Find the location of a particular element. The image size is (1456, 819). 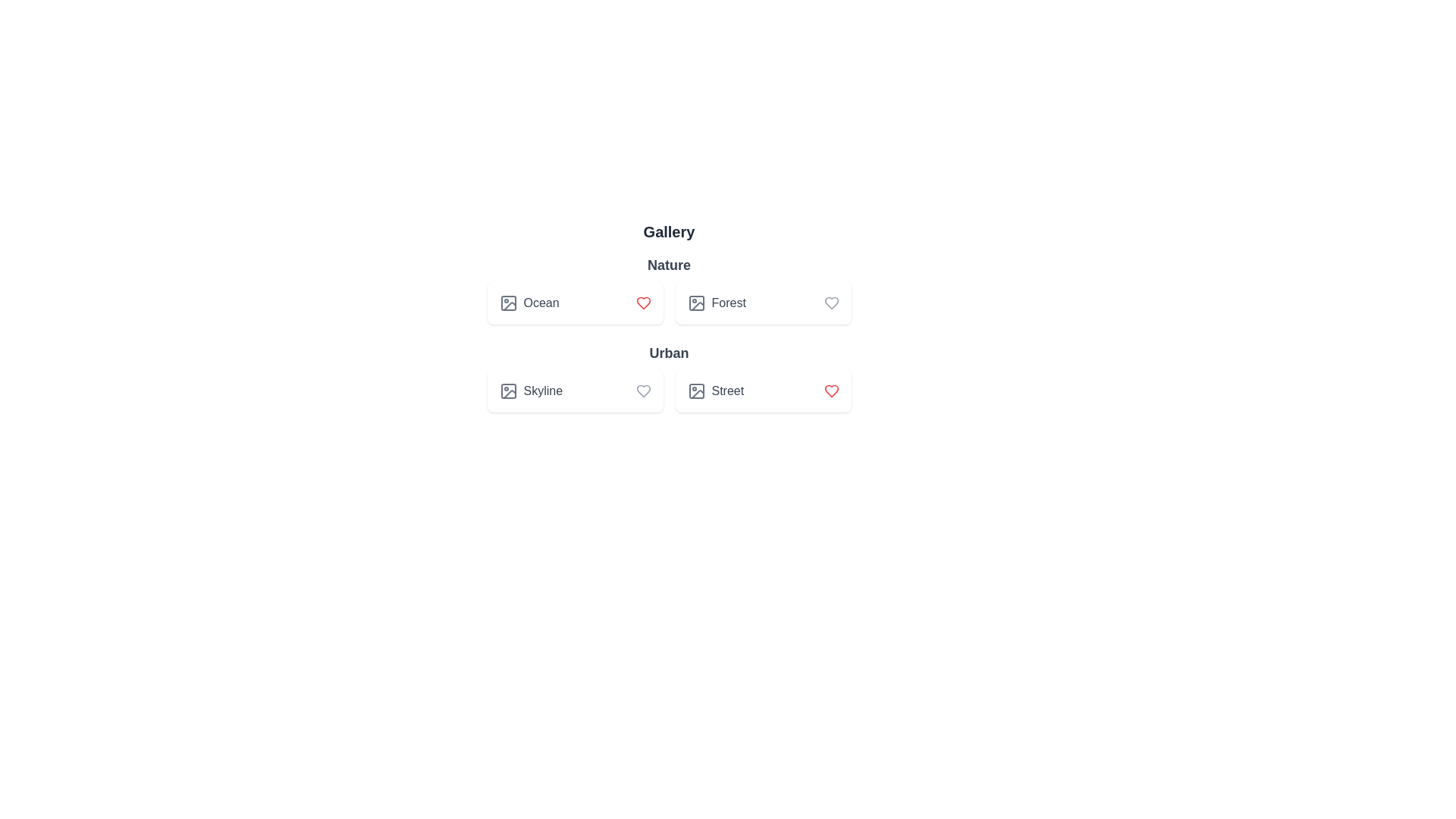

the 'Heart' icon of the item labeled Street to toggle its 'favorite' status is located at coordinates (830, 391).